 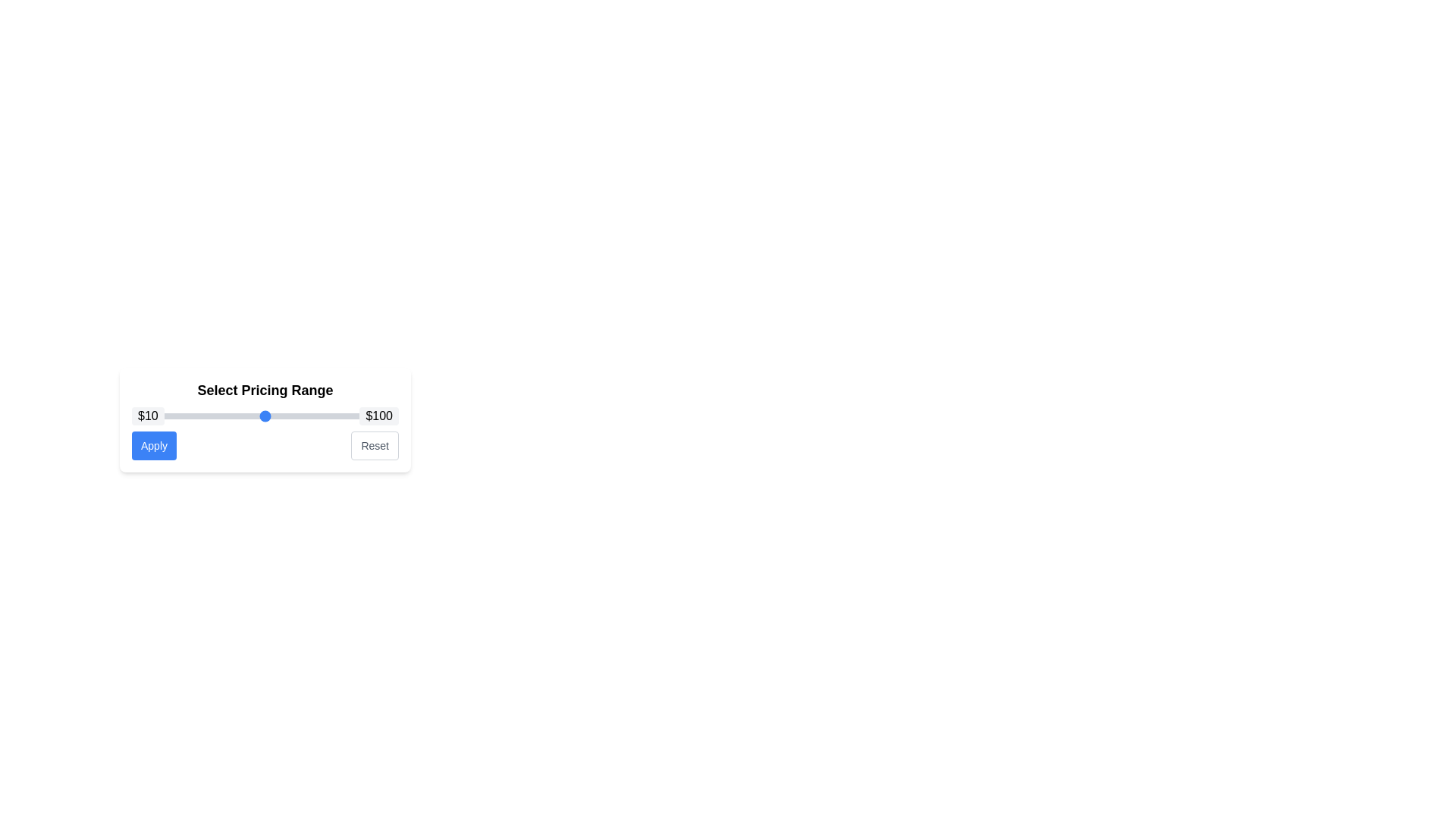 What do you see at coordinates (381, 416) in the screenshot?
I see `price slider` at bounding box center [381, 416].